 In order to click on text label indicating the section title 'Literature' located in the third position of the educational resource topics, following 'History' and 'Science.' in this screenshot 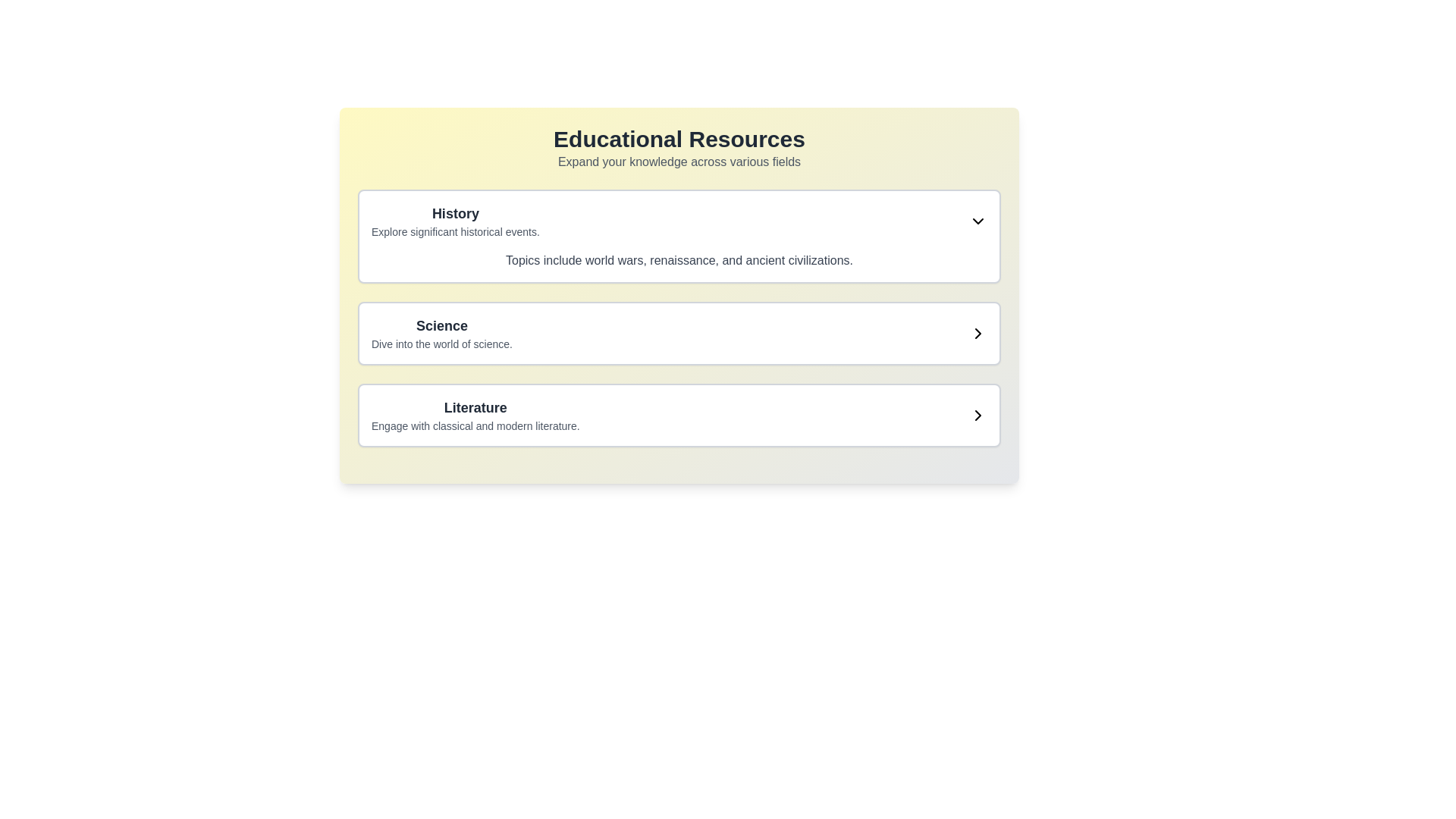, I will do `click(475, 406)`.